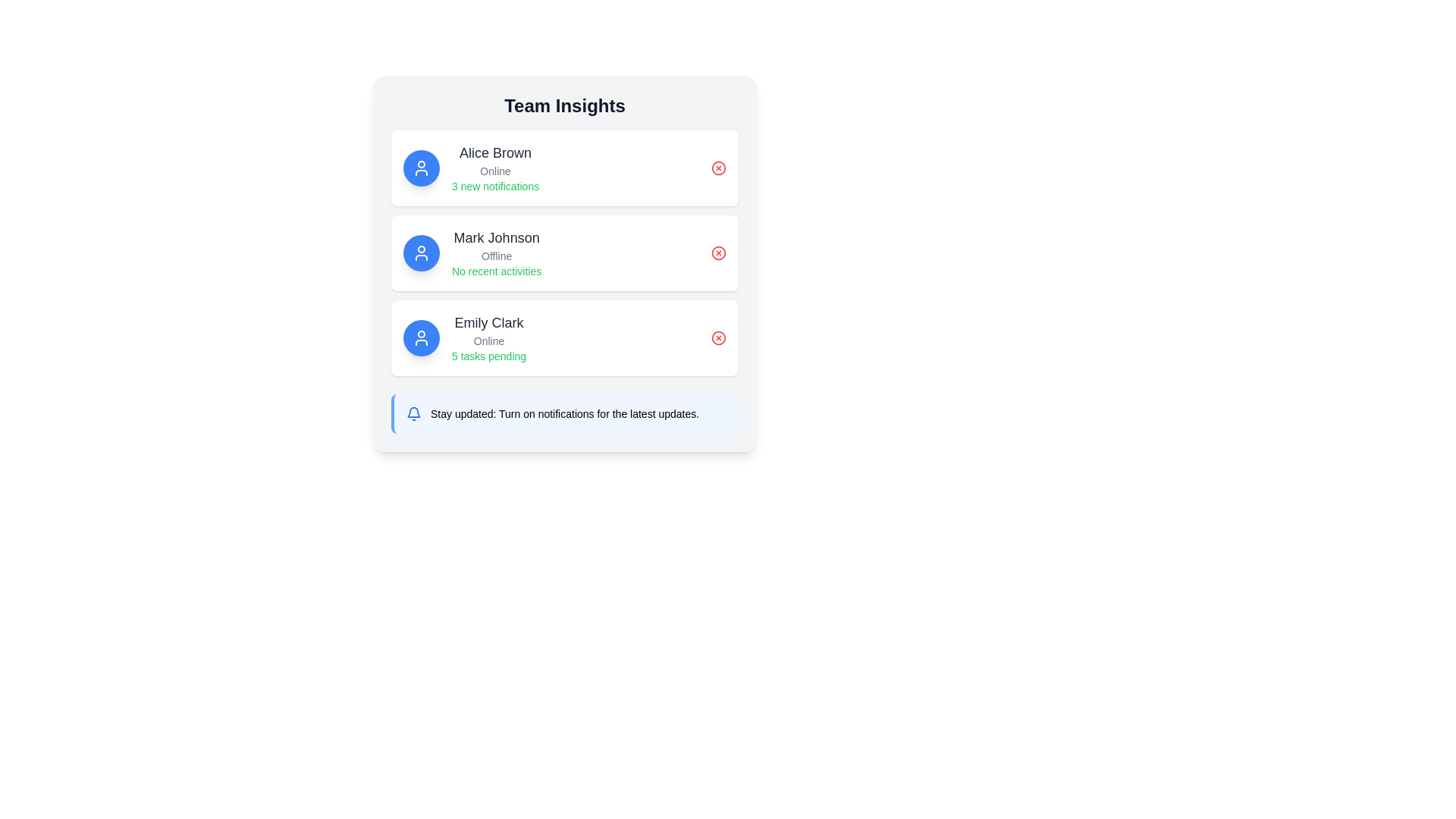  I want to click on the informational note located at the bottom of the main display card, which encourages users to activate notifications for updates, so click(563, 414).